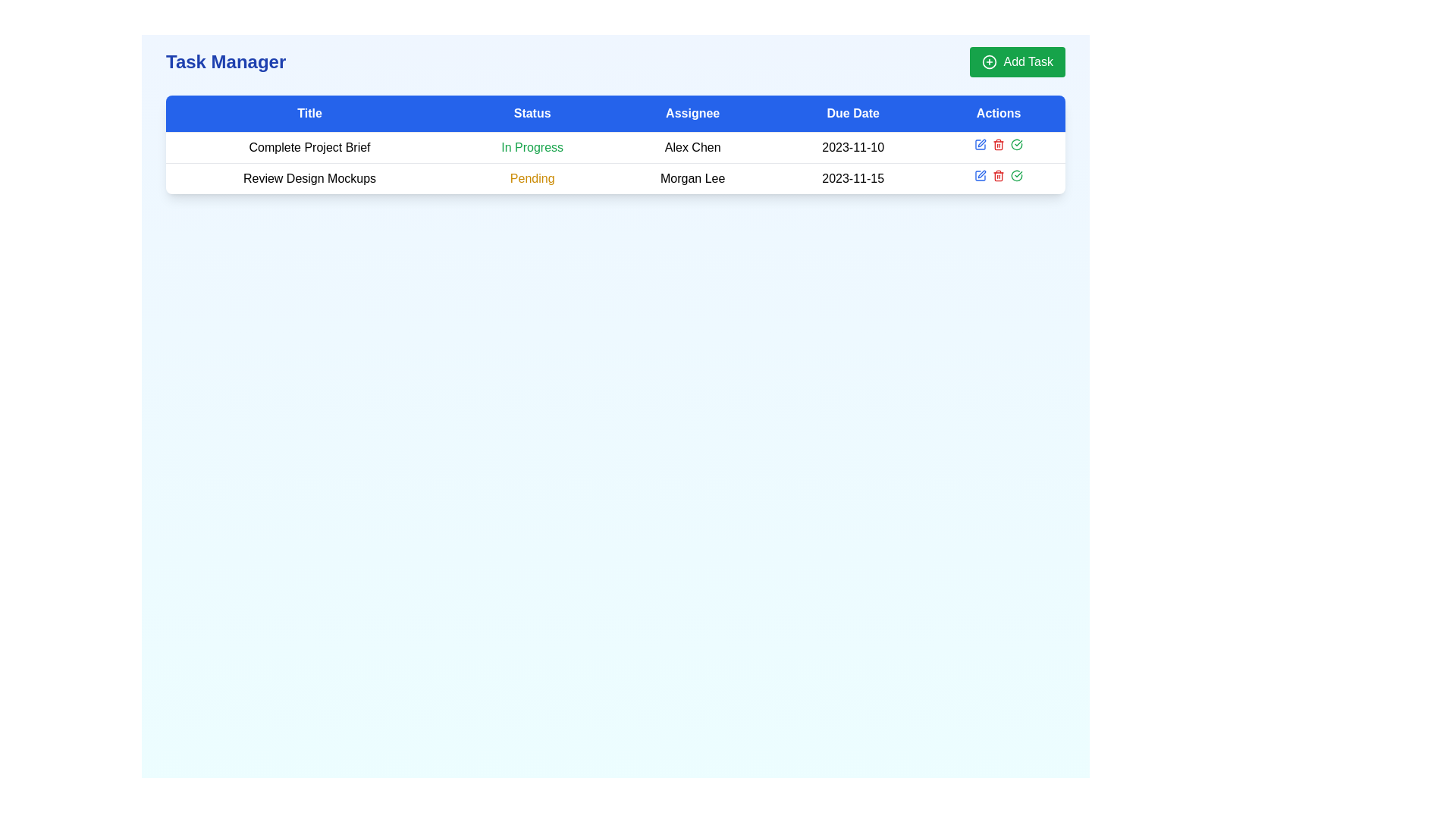 The image size is (1456, 819). What do you see at coordinates (853, 148) in the screenshot?
I see `the text displaying the due date for the task 'Complete Project Brief', located in the last content field of the first row under the 'Due Date' column` at bounding box center [853, 148].